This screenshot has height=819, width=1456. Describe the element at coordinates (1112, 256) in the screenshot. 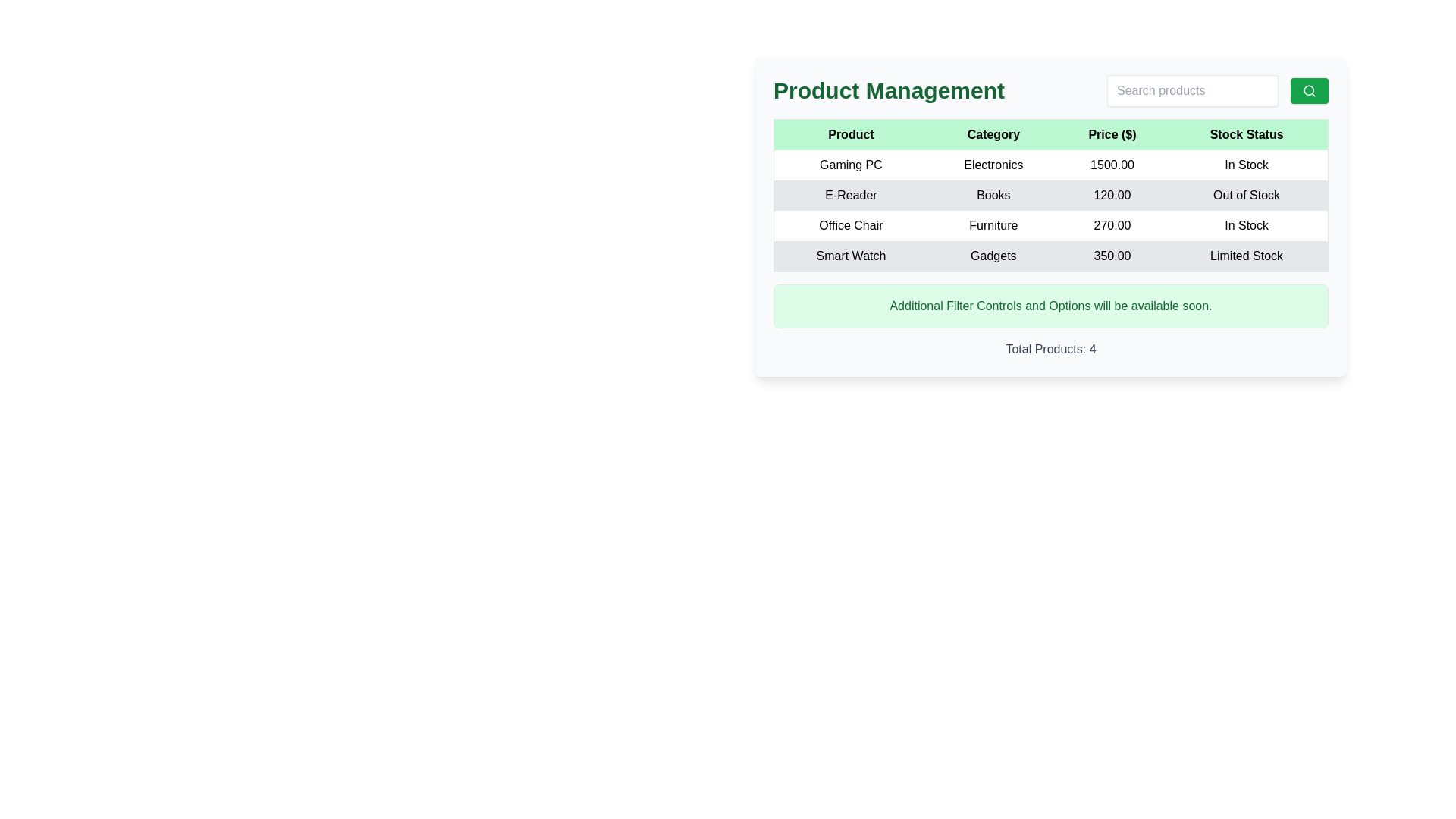

I see `the Text Label displaying the price '$350.00' in the 'Price ($)' column of the product table for the 'Smart Watch' row` at that location.